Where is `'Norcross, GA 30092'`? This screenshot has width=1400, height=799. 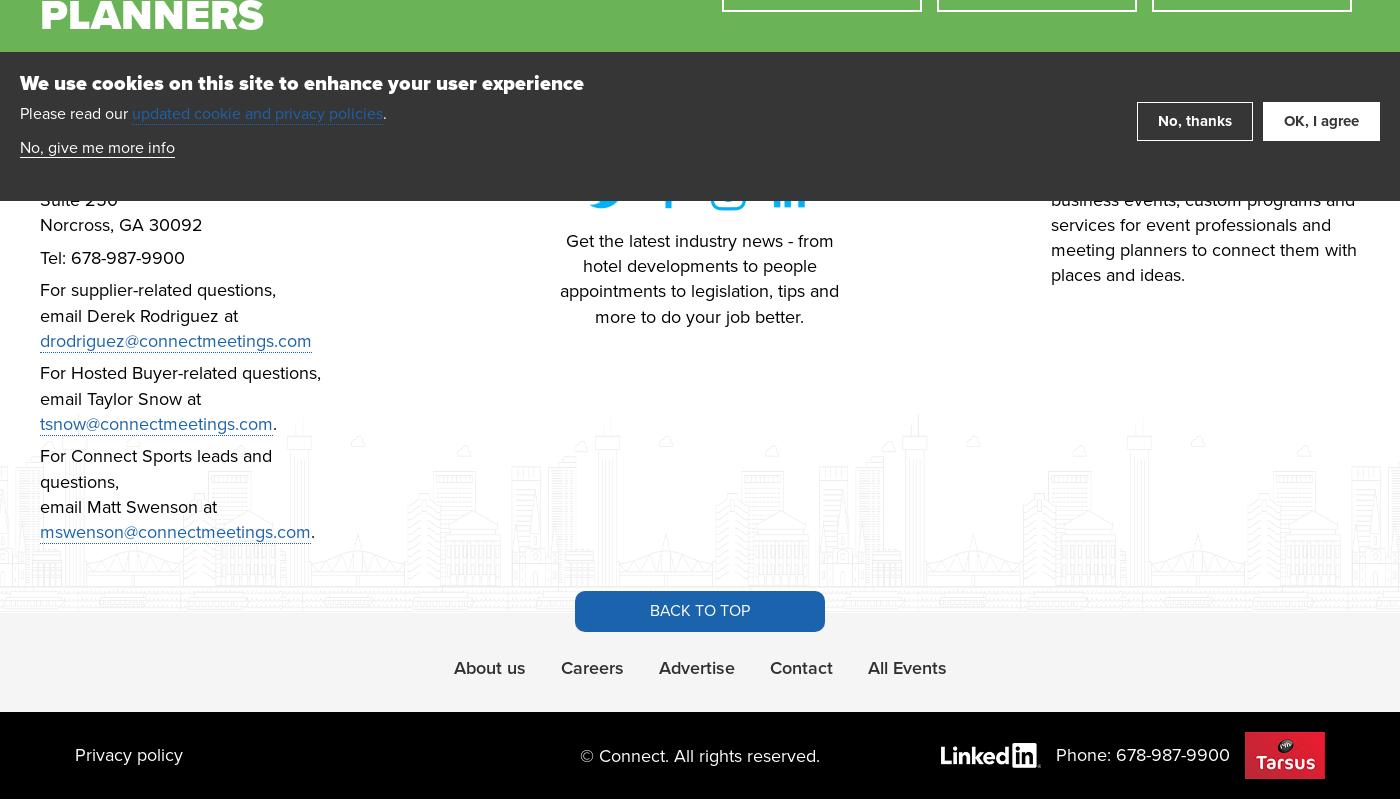
'Norcross, GA 30092' is located at coordinates (40, 223).